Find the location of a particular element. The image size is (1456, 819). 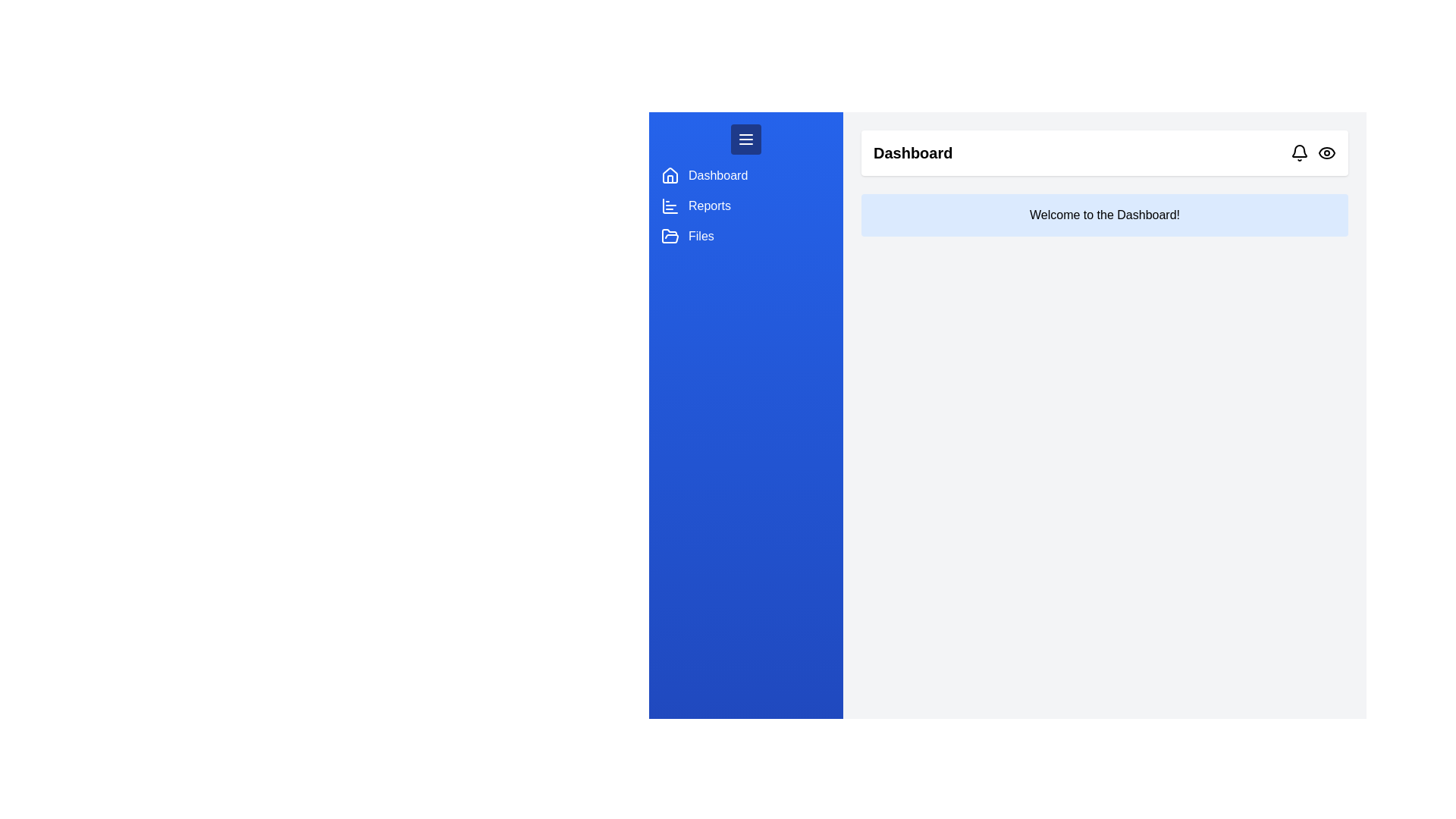

the hamburger menu icon located at the top-left corner of the interface, above the navigation items is located at coordinates (745, 140).